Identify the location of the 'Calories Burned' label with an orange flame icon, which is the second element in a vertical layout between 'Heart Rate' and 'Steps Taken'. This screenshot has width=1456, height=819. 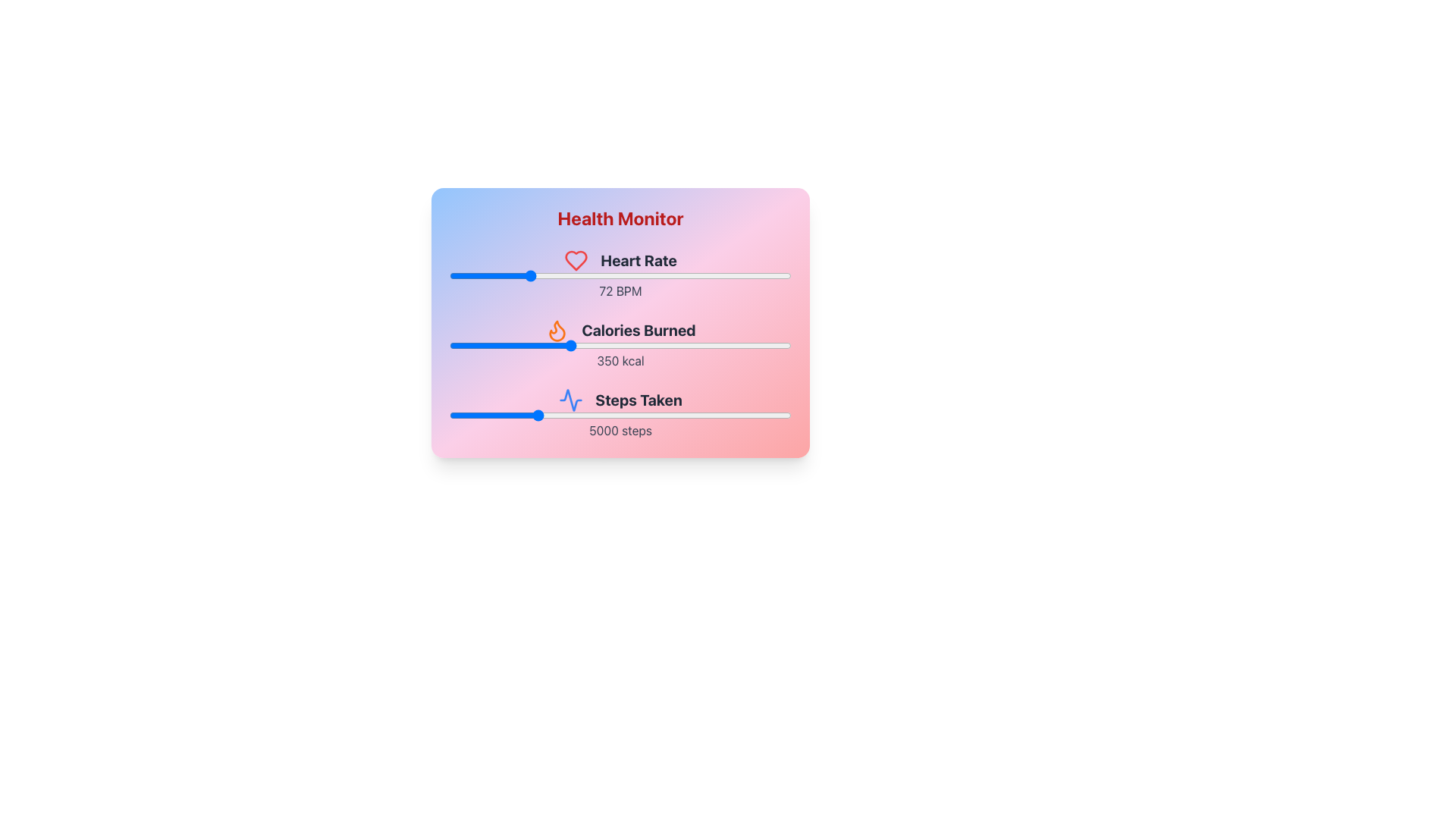
(620, 329).